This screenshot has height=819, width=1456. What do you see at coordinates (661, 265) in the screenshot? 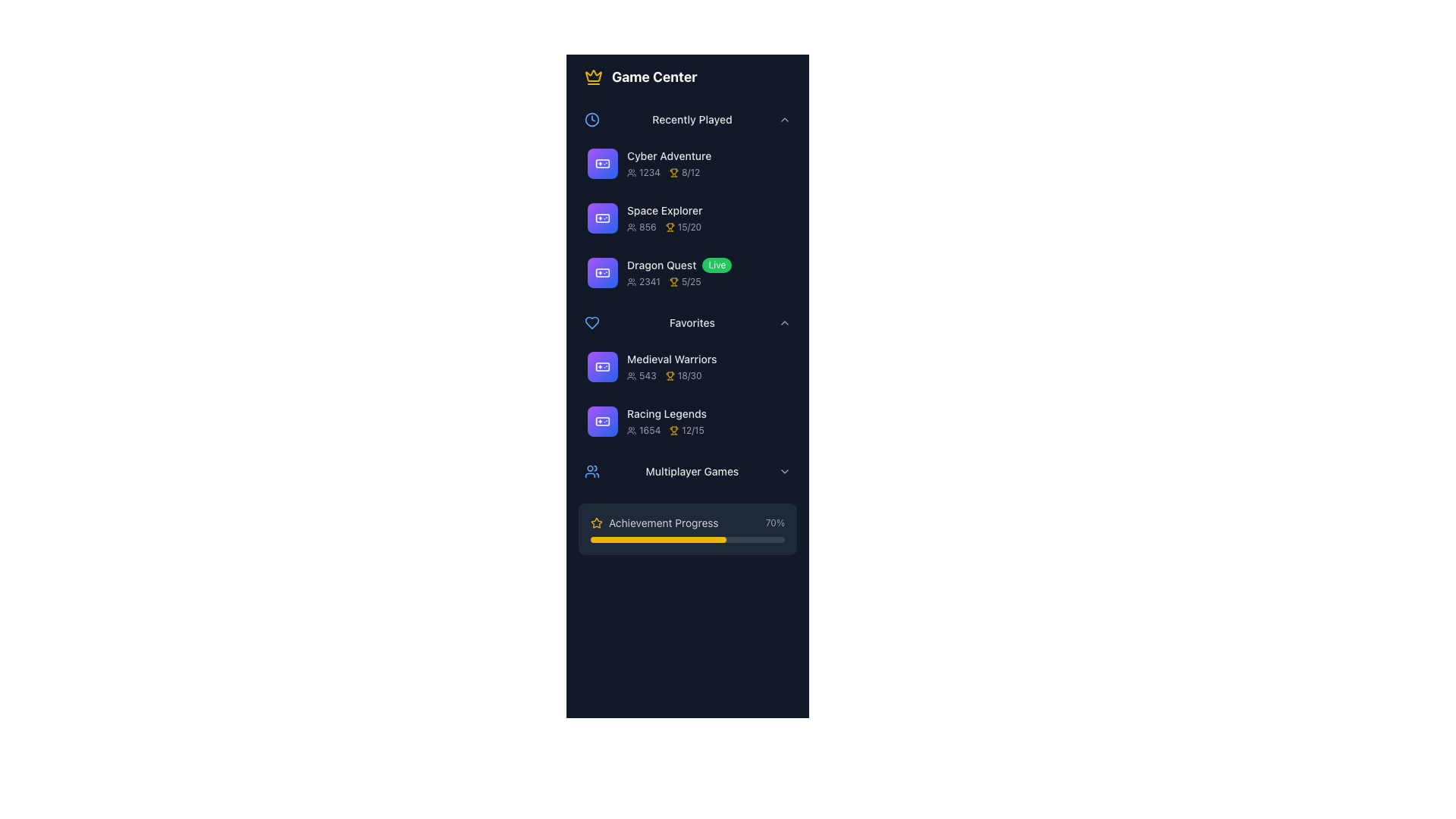
I see `the text label displaying 'Dragon Quest' which is positioned under the 'Recently Played' section, aligned to the left of the 'Live' badge` at bounding box center [661, 265].